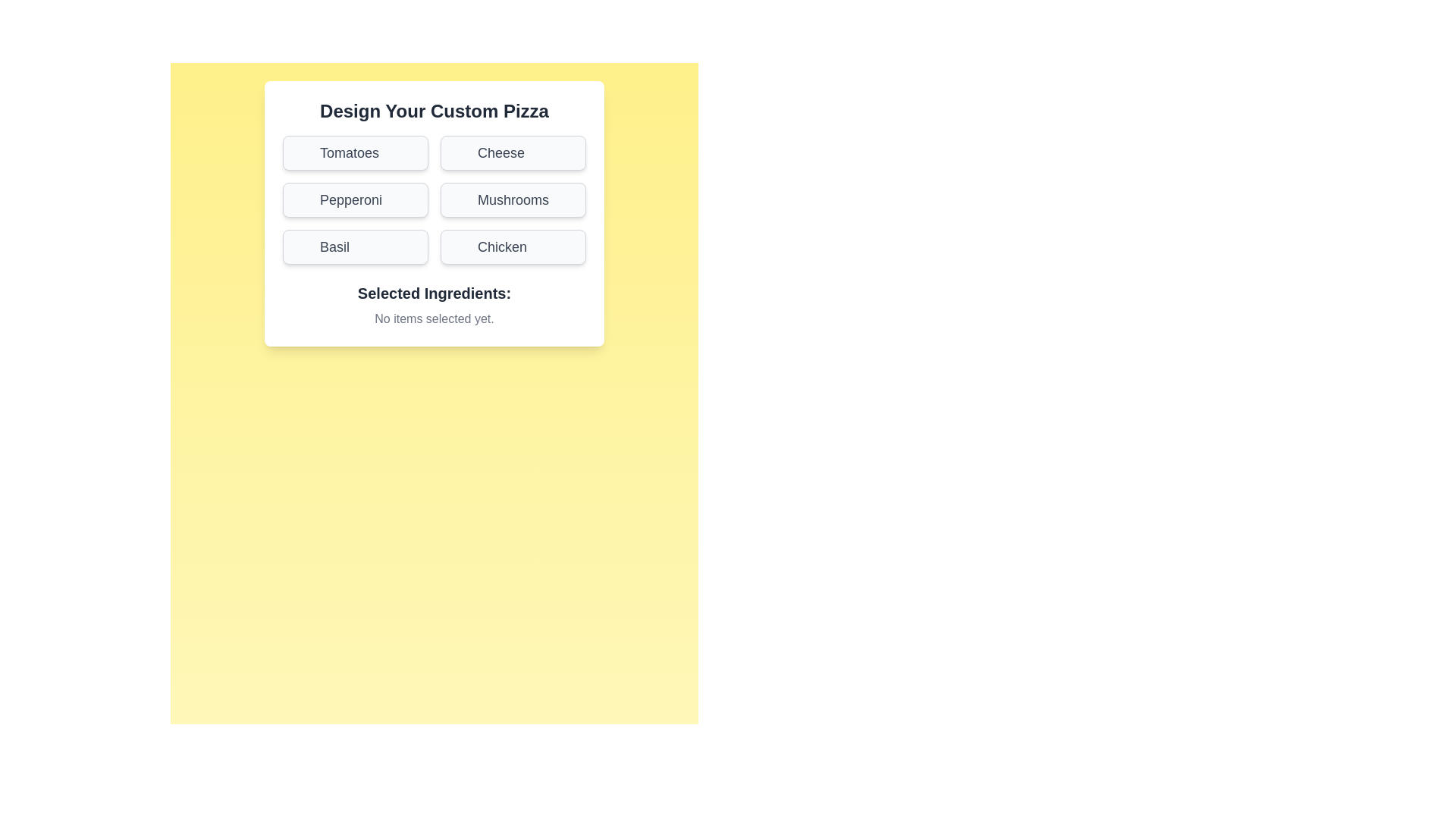 The image size is (1456, 819). What do you see at coordinates (355, 199) in the screenshot?
I see `the ingredient button labeled Pepperoni to toggle its selection` at bounding box center [355, 199].